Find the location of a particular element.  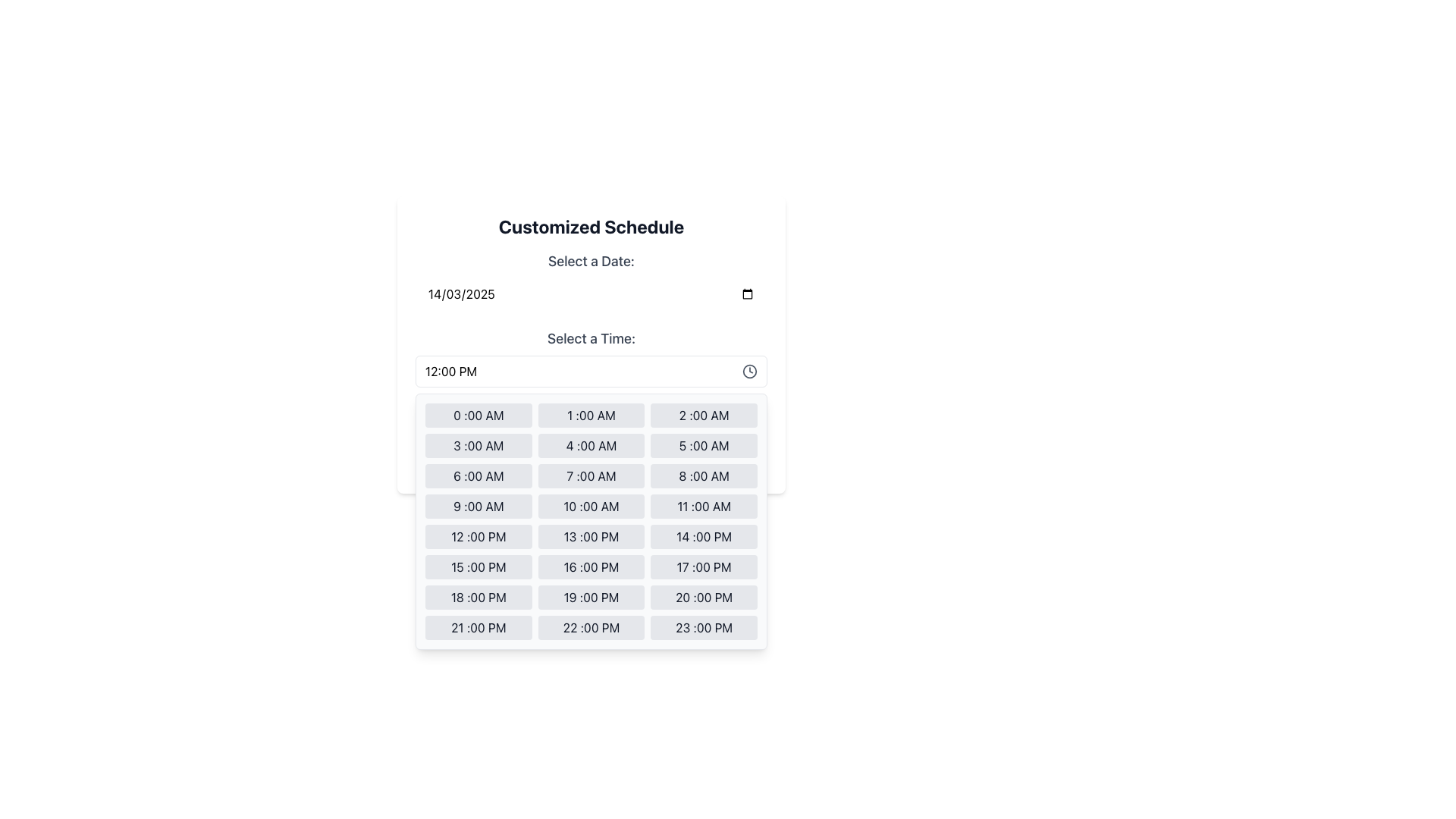

the selectable time slot button for '1:00 AM' in the time picker interface is located at coordinates (590, 415).